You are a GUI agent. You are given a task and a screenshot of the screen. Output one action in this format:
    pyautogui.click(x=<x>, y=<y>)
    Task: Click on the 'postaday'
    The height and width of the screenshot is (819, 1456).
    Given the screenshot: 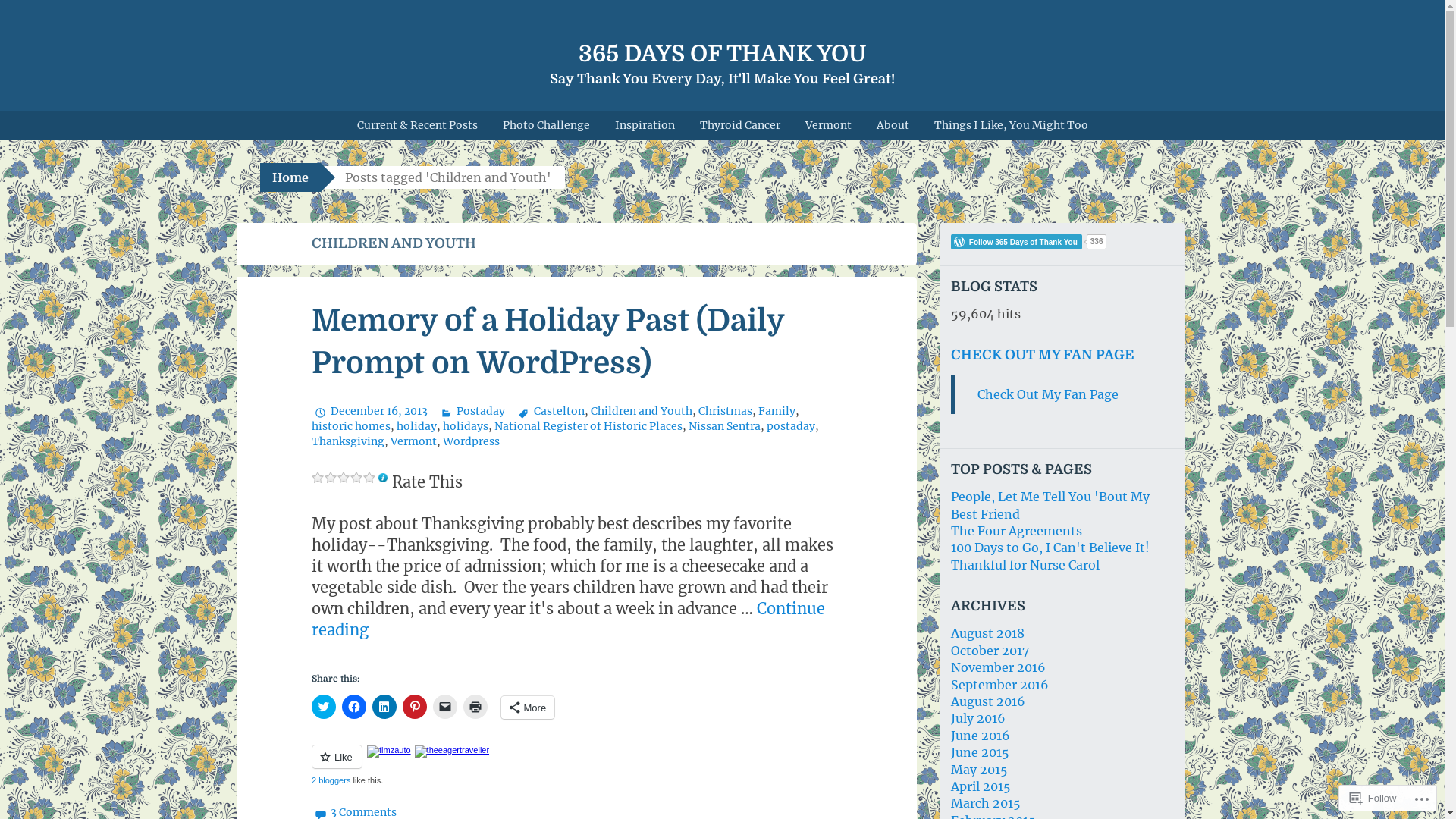 What is the action you would take?
    pyautogui.click(x=789, y=426)
    